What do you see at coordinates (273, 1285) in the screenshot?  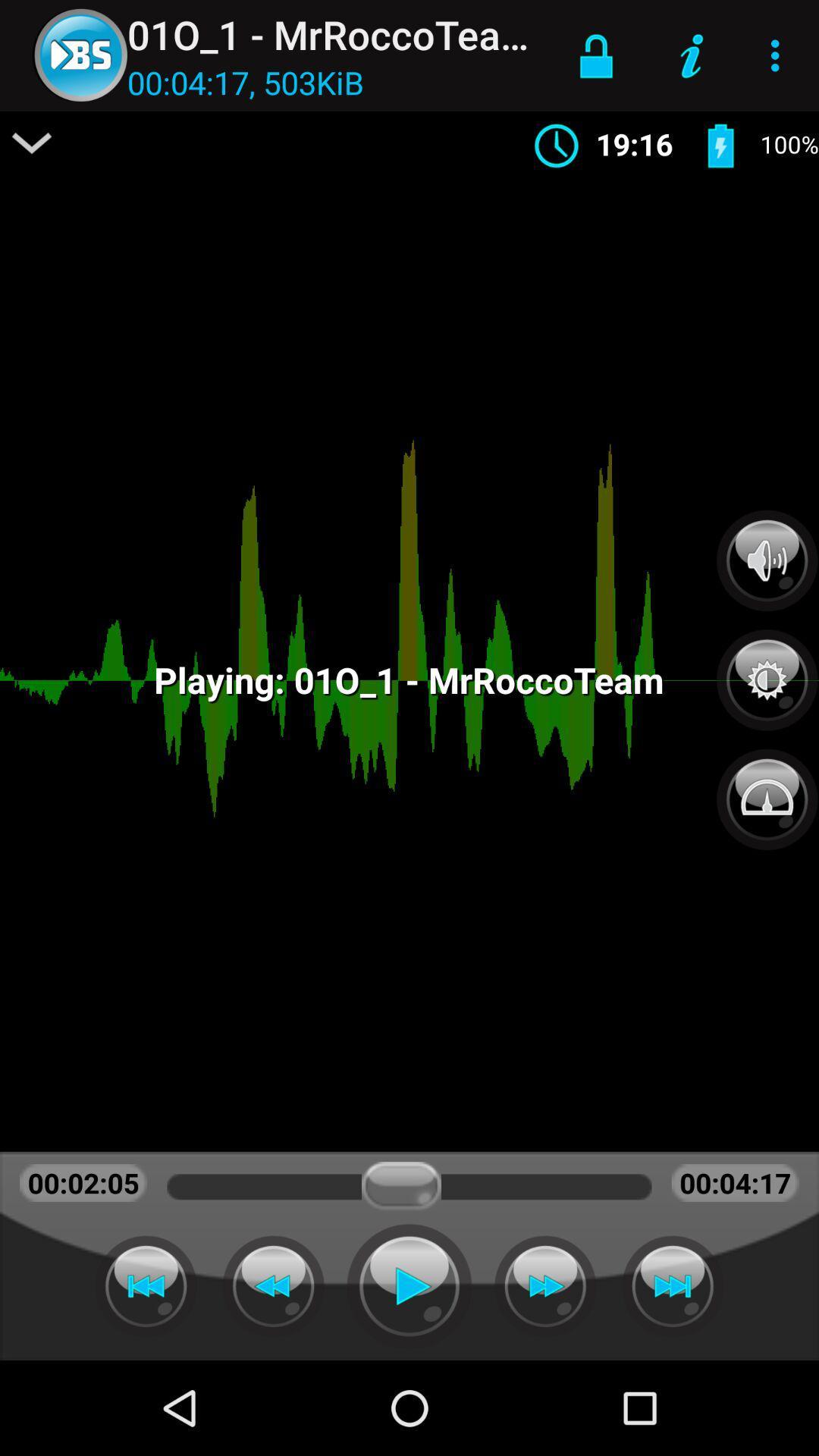 I see `rewind` at bounding box center [273, 1285].